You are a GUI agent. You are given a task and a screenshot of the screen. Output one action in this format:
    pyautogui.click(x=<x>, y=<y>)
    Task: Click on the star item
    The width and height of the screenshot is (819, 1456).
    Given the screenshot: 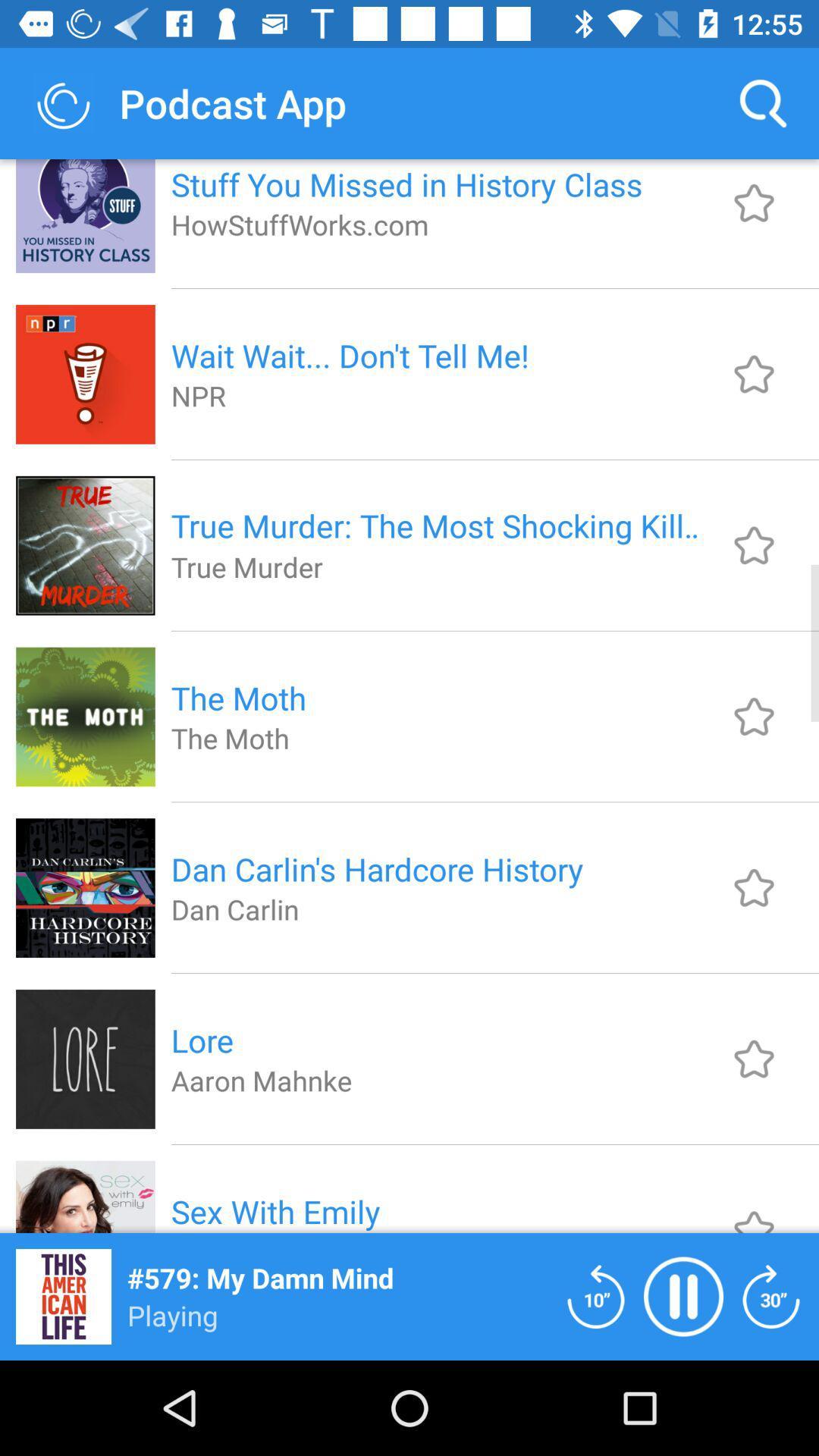 What is the action you would take?
    pyautogui.click(x=754, y=1058)
    